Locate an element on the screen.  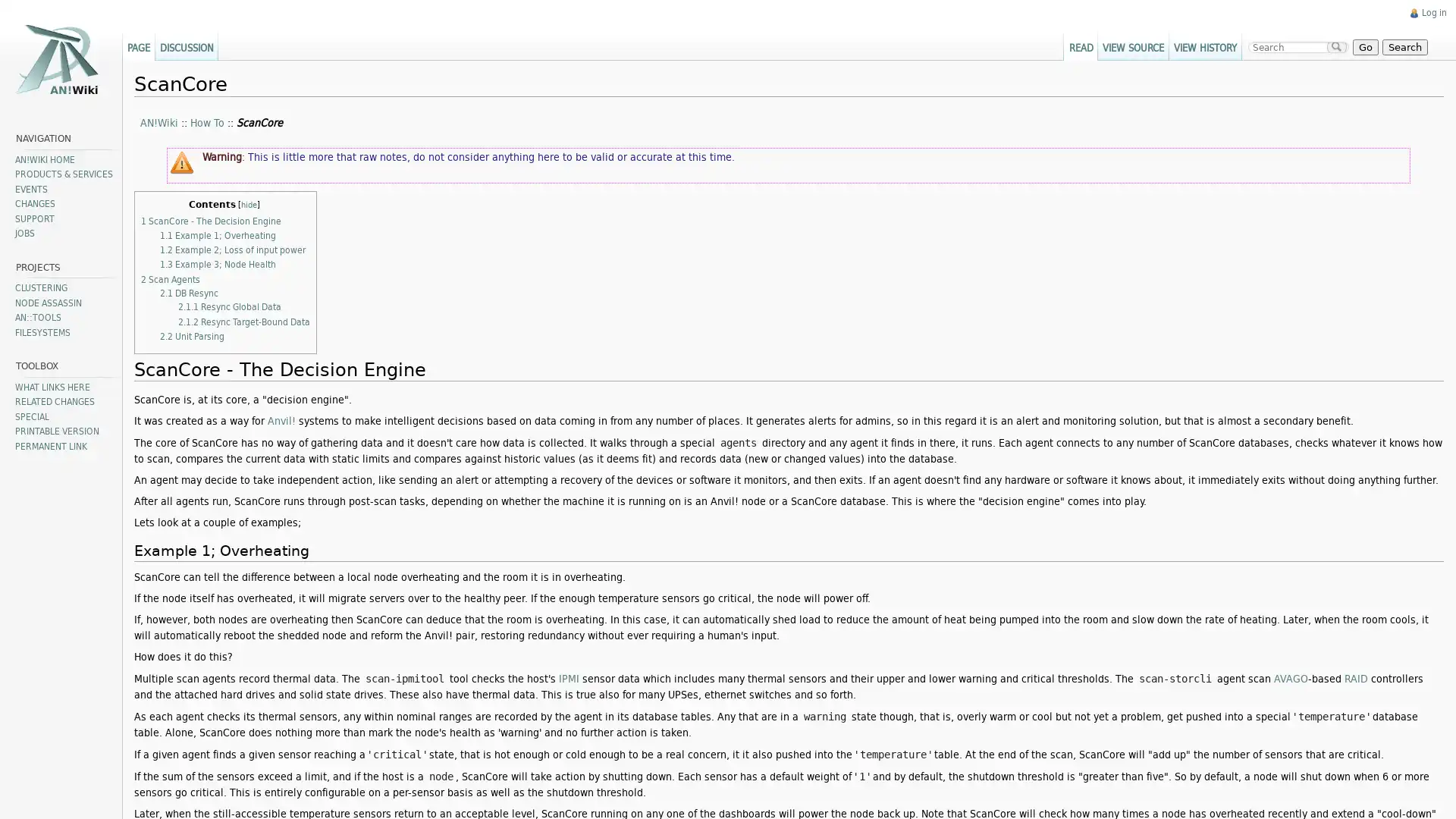
Search is located at coordinates (1398, 45).